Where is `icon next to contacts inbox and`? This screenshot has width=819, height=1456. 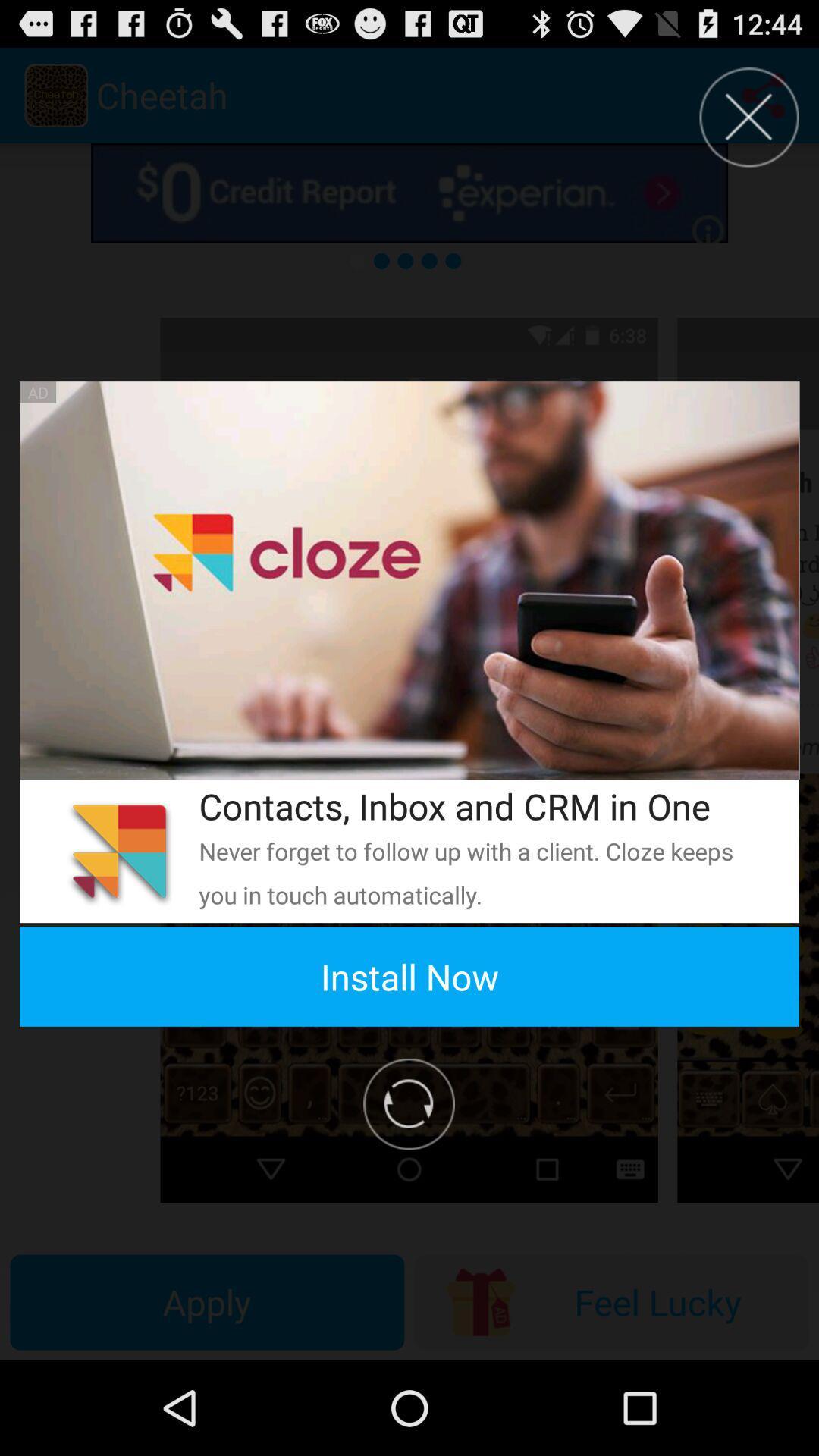
icon next to contacts inbox and is located at coordinates (118, 851).